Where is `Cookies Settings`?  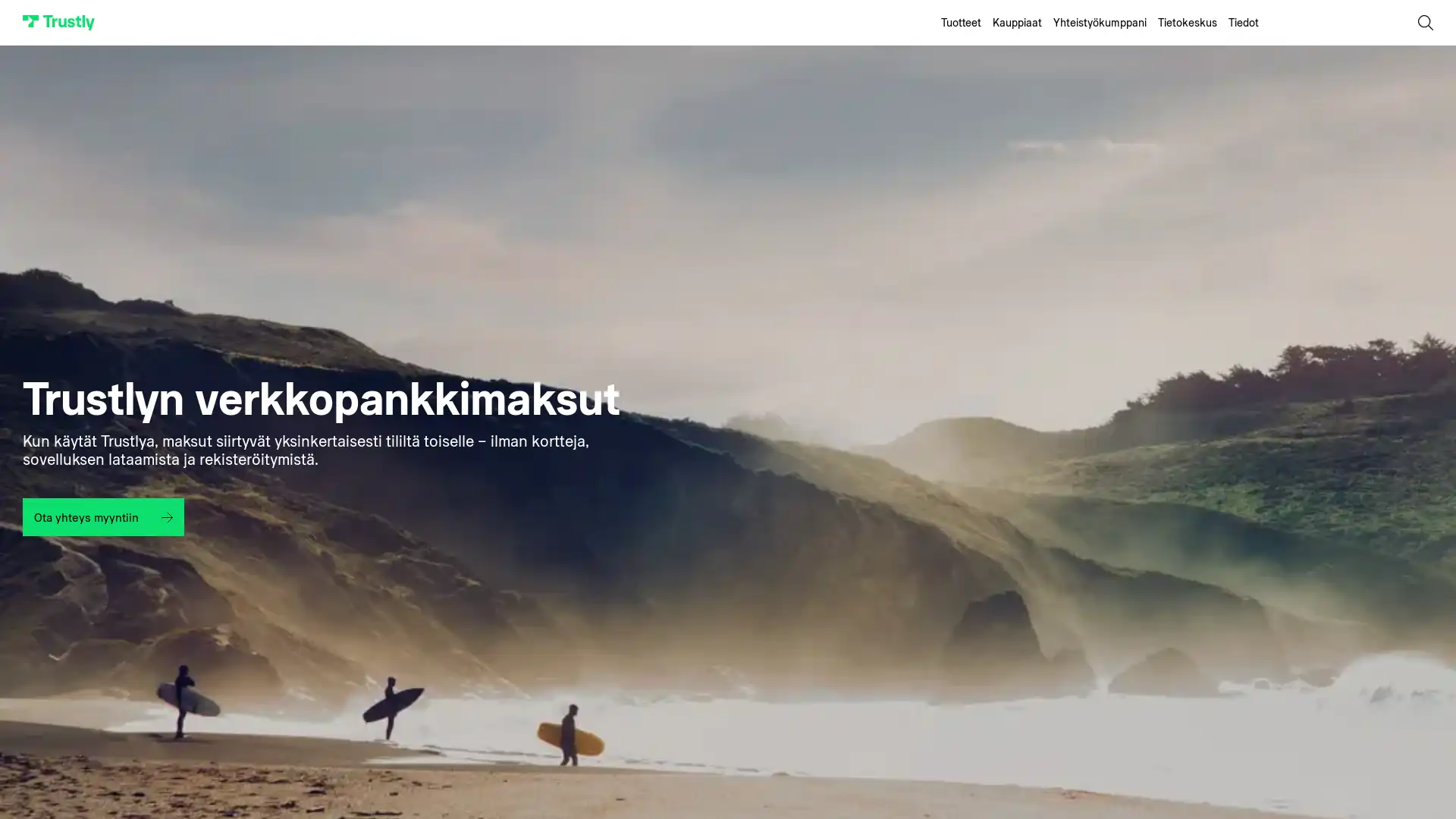 Cookies Settings is located at coordinates (885, 175).